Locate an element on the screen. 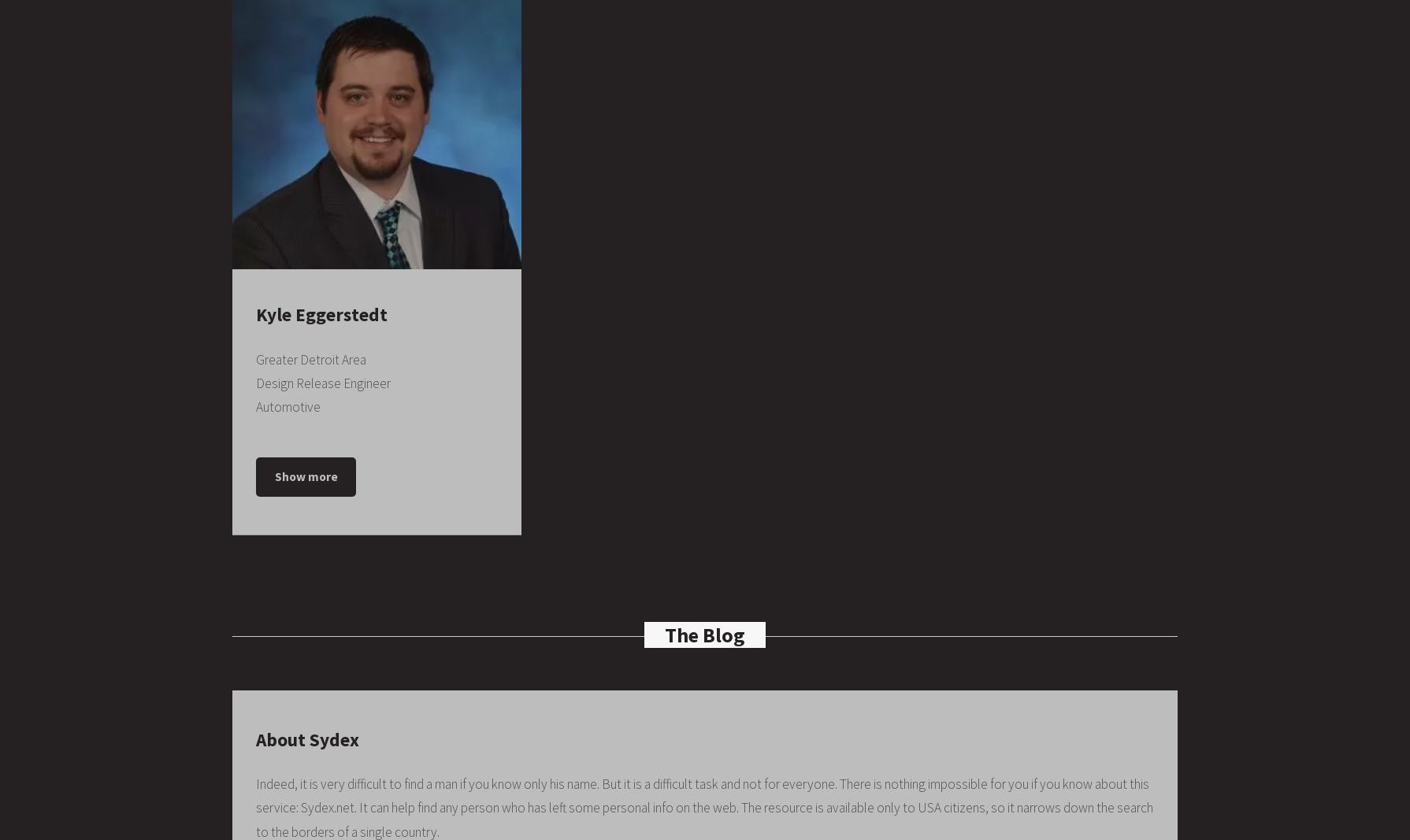 This screenshot has width=1410, height=840. '1989 – 1993' is located at coordinates (407, 266).